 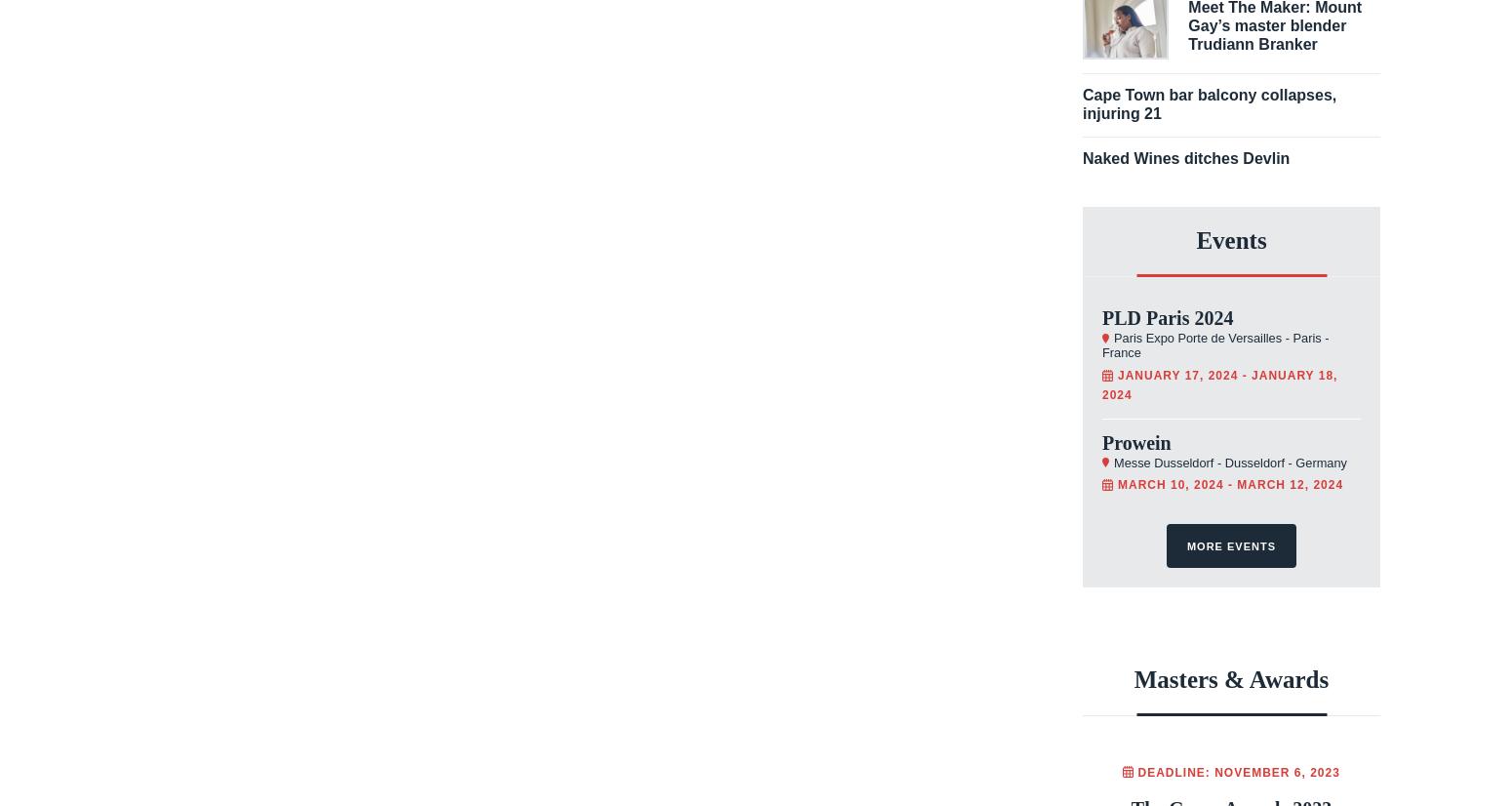 I want to click on 'More events', so click(x=1230, y=546).